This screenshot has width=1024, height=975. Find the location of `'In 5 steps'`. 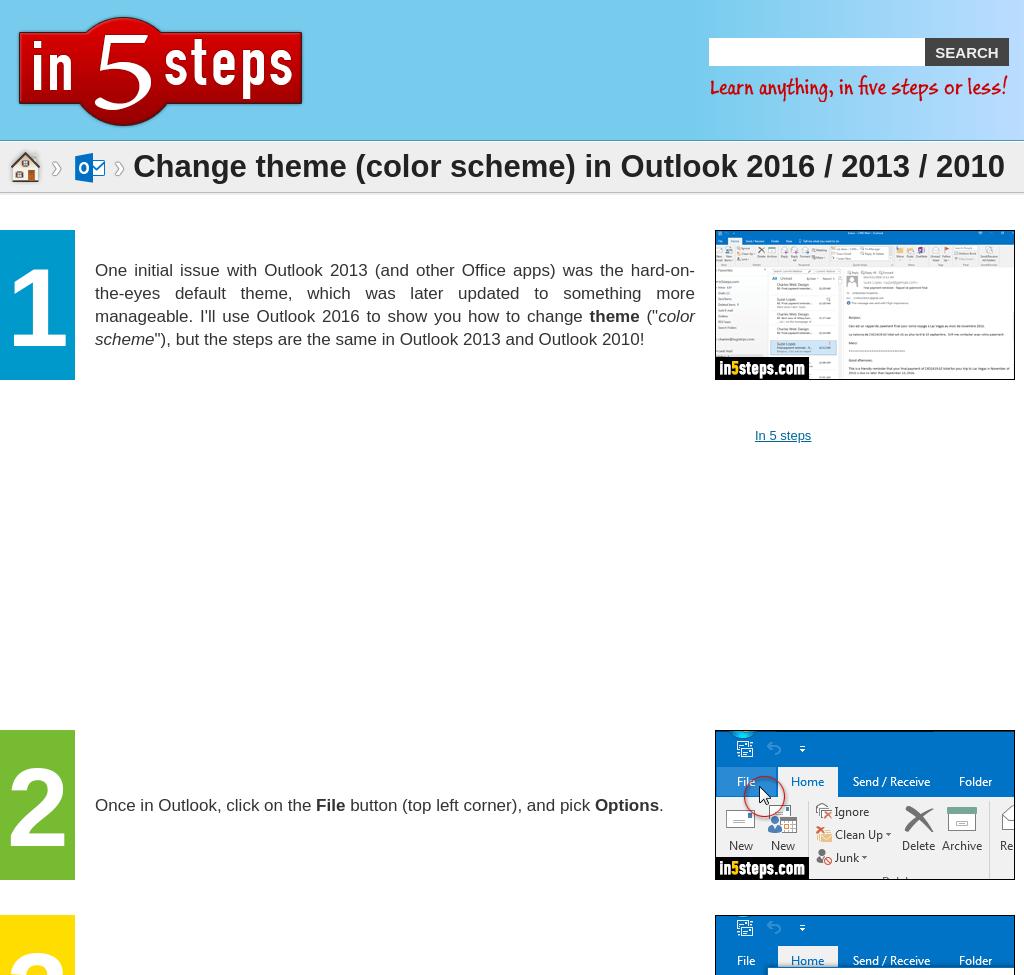

'In 5 steps' is located at coordinates (782, 435).